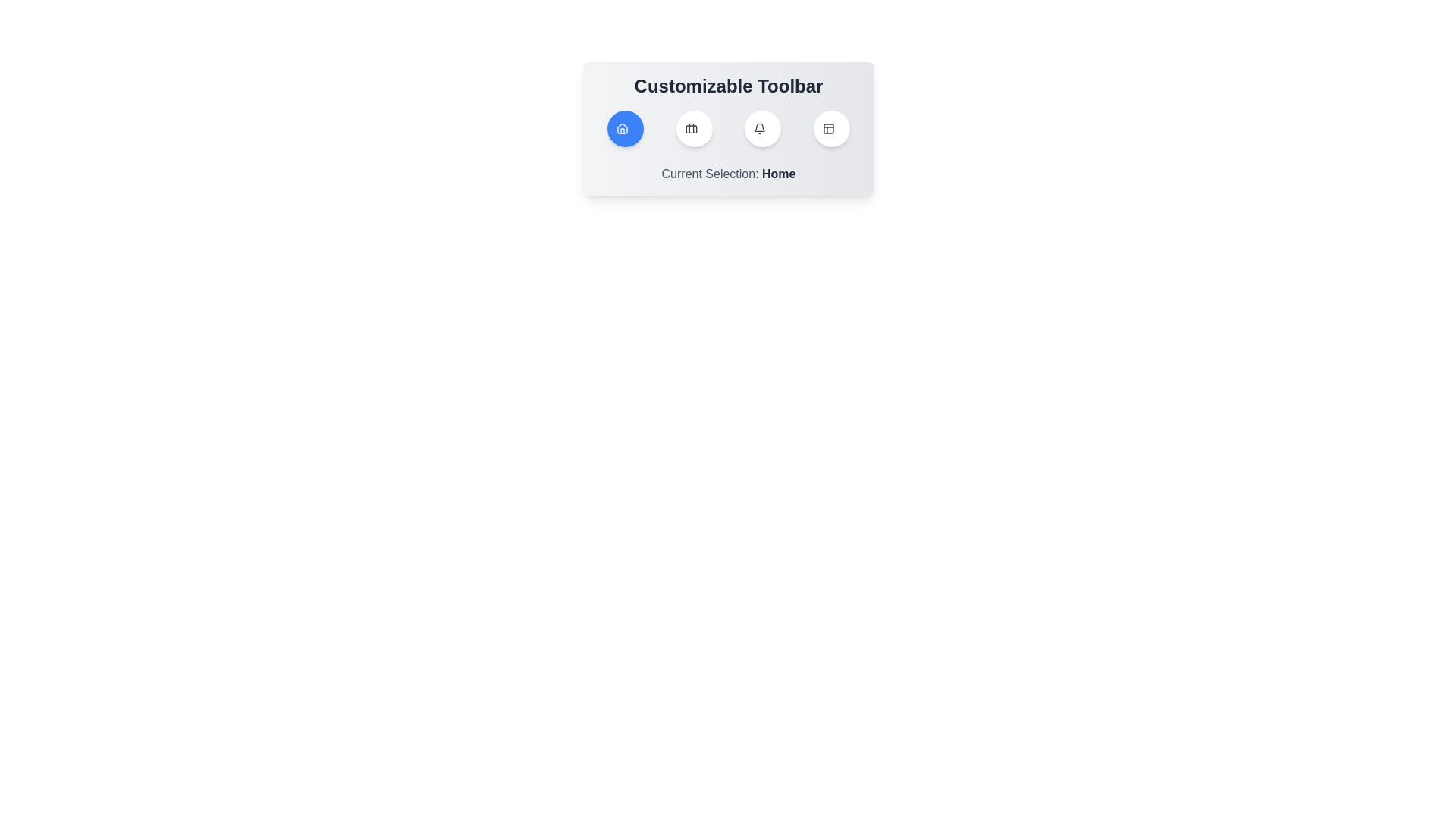 This screenshot has height=819, width=1456. Describe the element at coordinates (690, 127) in the screenshot. I see `the briefcase icon located in the horizontal toolbar` at that location.